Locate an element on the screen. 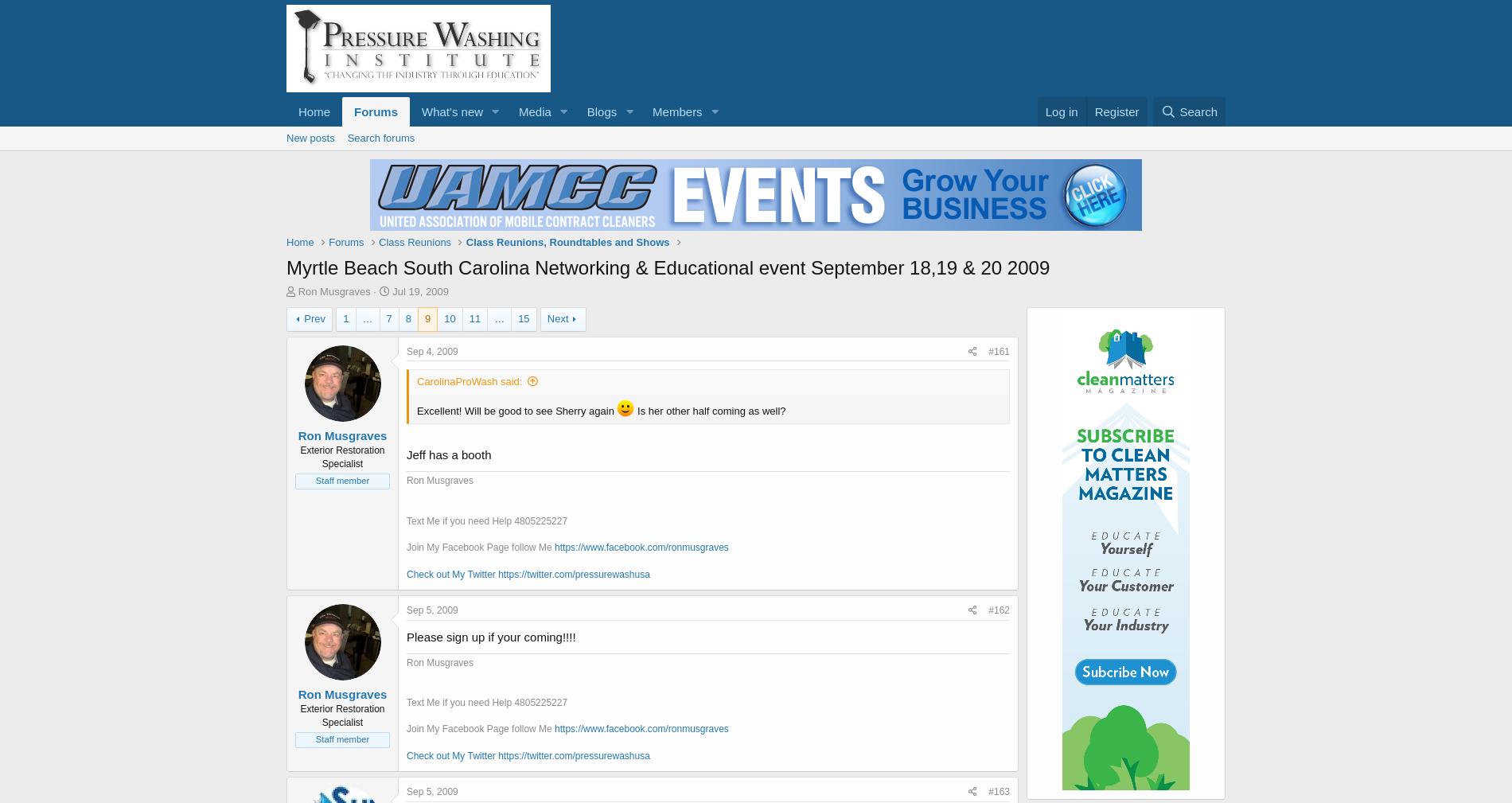  'Class Reunions, Roundtables and Shows' is located at coordinates (567, 241).